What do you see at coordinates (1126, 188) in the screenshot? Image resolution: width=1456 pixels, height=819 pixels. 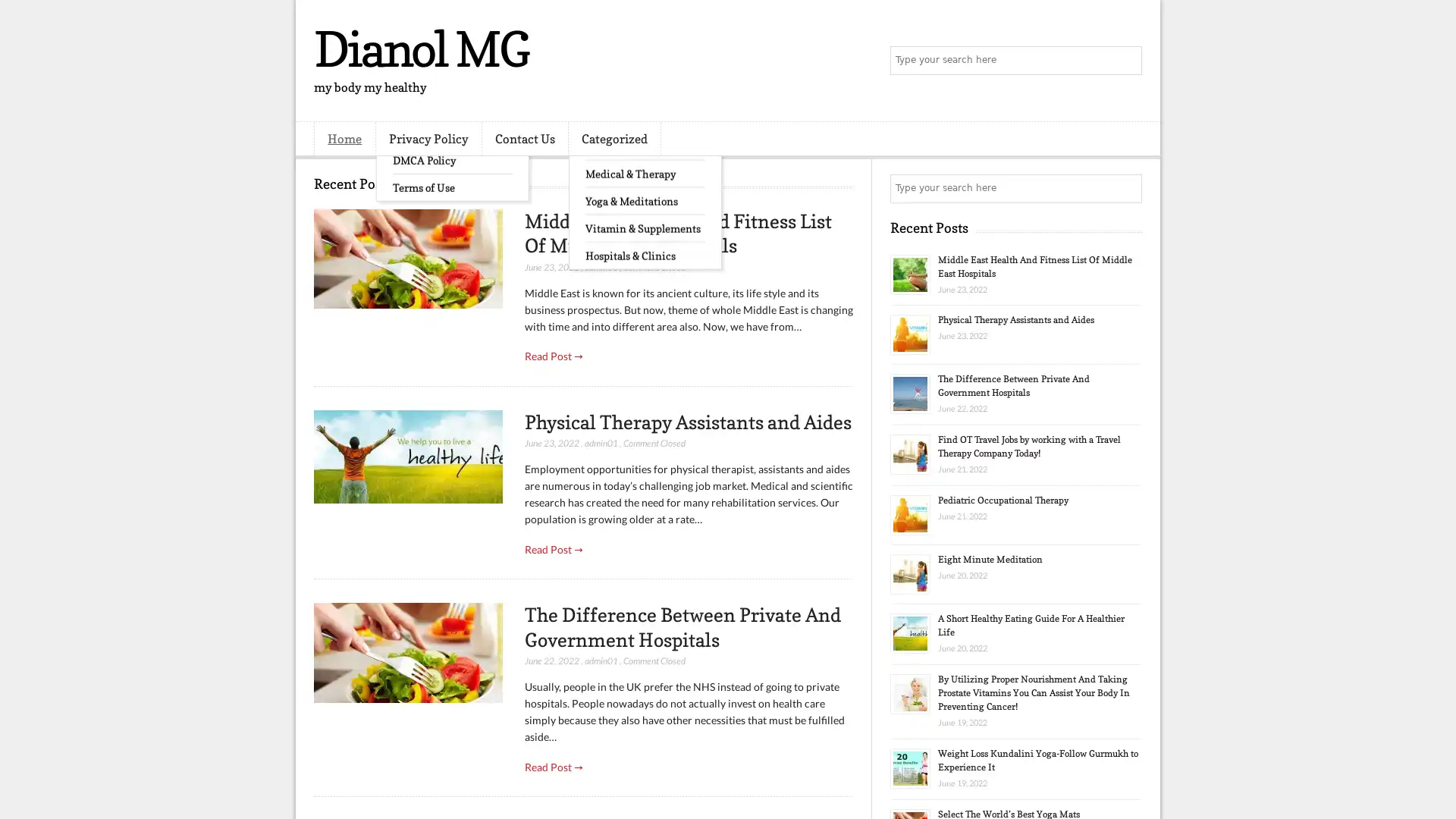 I see `Search` at bounding box center [1126, 188].